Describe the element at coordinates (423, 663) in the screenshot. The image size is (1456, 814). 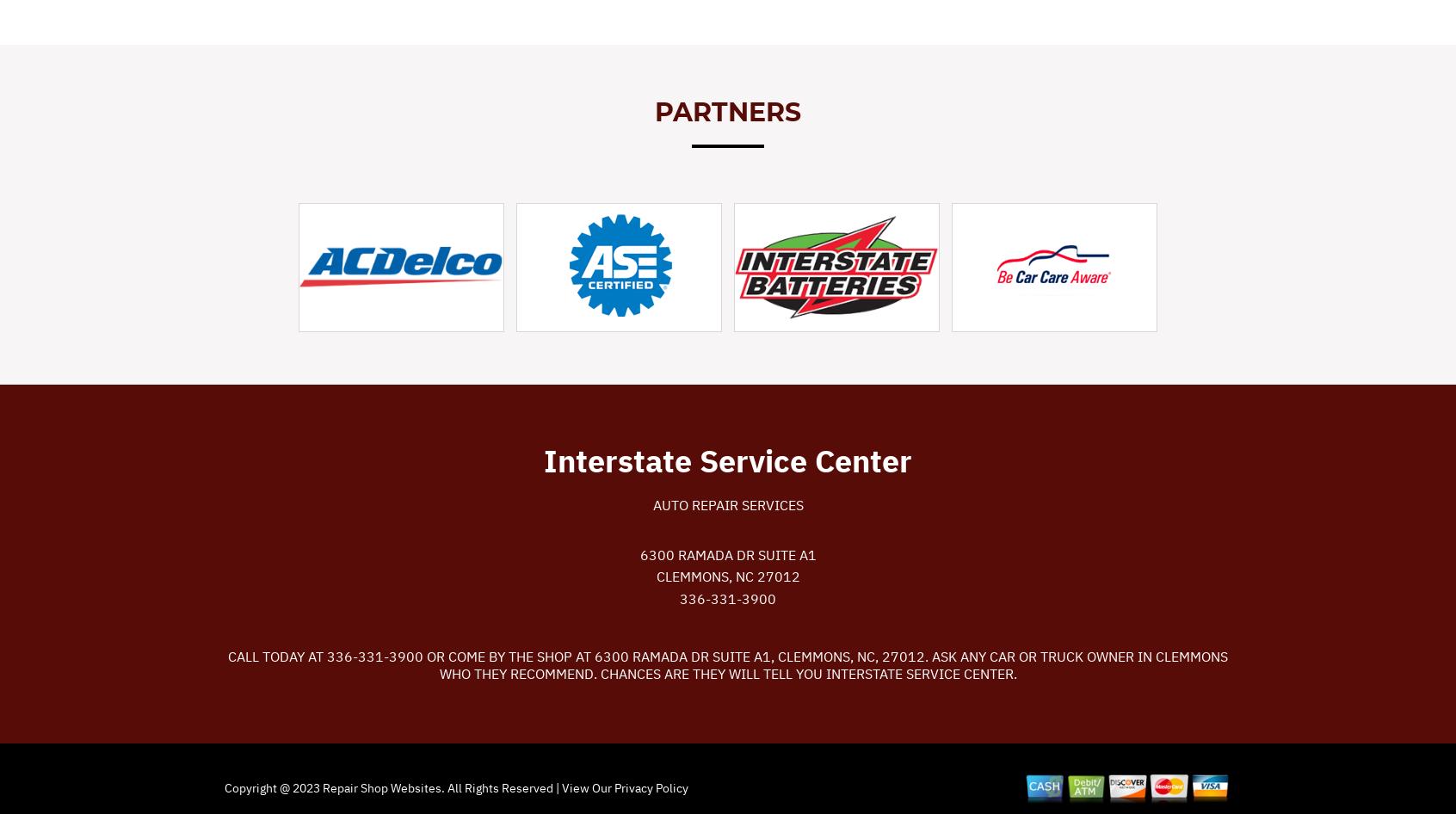
I see `'or come by the shop at 6300 Ramada Dr Suite A1, Clemmons, NC, 27012.   Ask any car or truck owner in Clemmons who they recommend. Chances are they will tell you Interstate Service Center.'` at that location.